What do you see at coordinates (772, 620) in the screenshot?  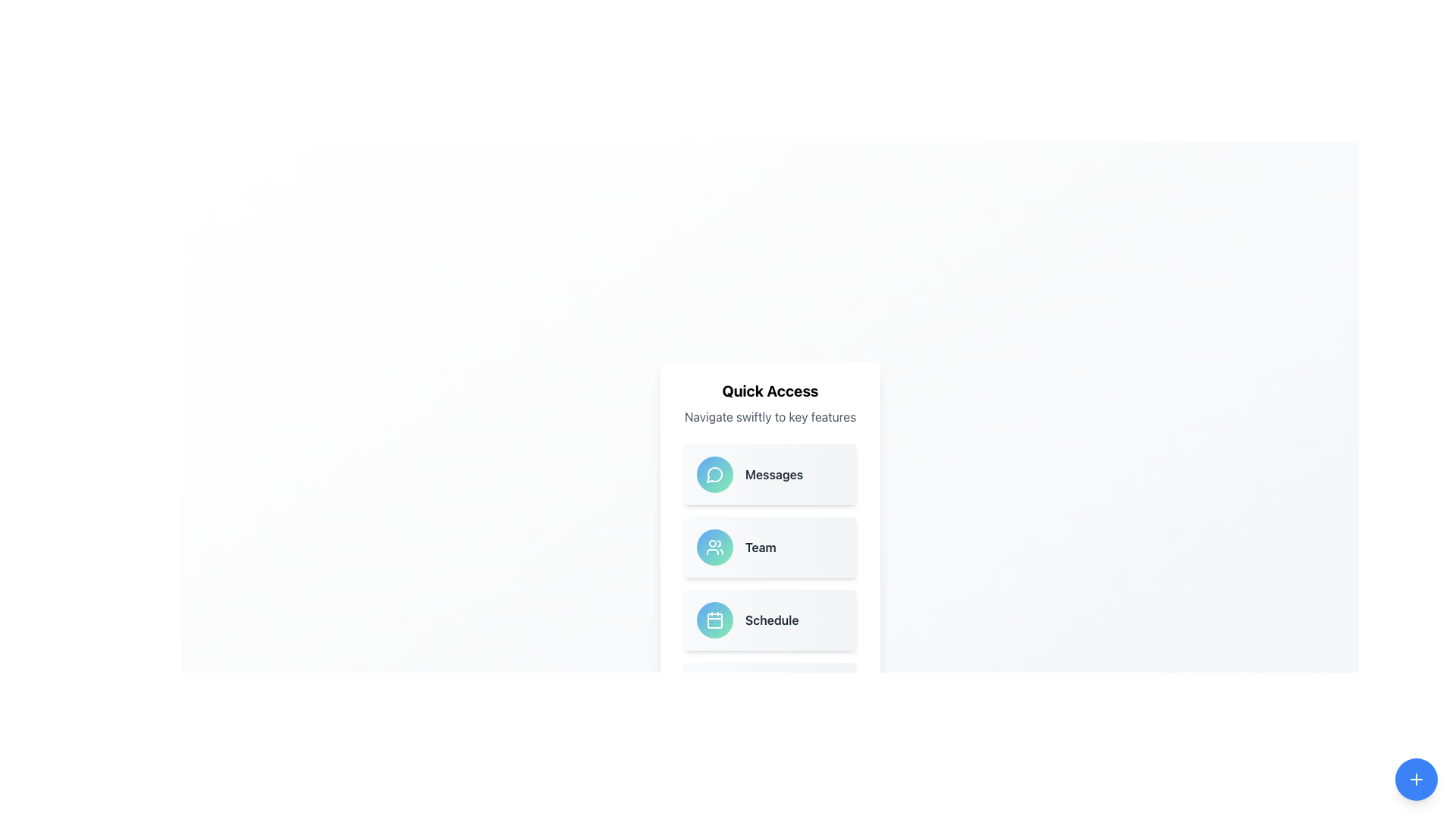 I see `the 'Schedule' text label, which is the third item in the 'Quick Access' list and is located to the right of a circular calendar icon` at bounding box center [772, 620].